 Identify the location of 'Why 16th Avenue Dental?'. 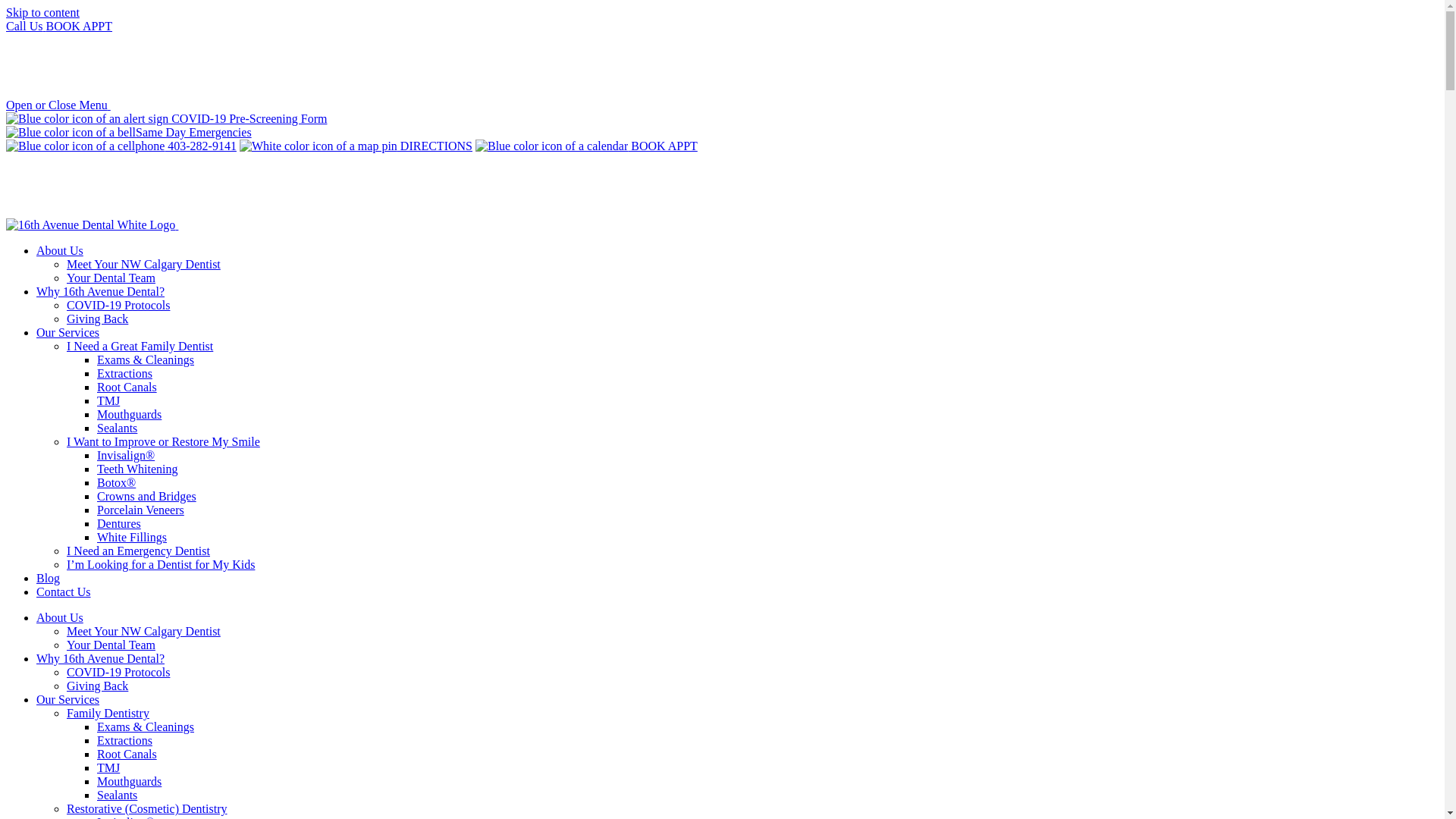
(36, 291).